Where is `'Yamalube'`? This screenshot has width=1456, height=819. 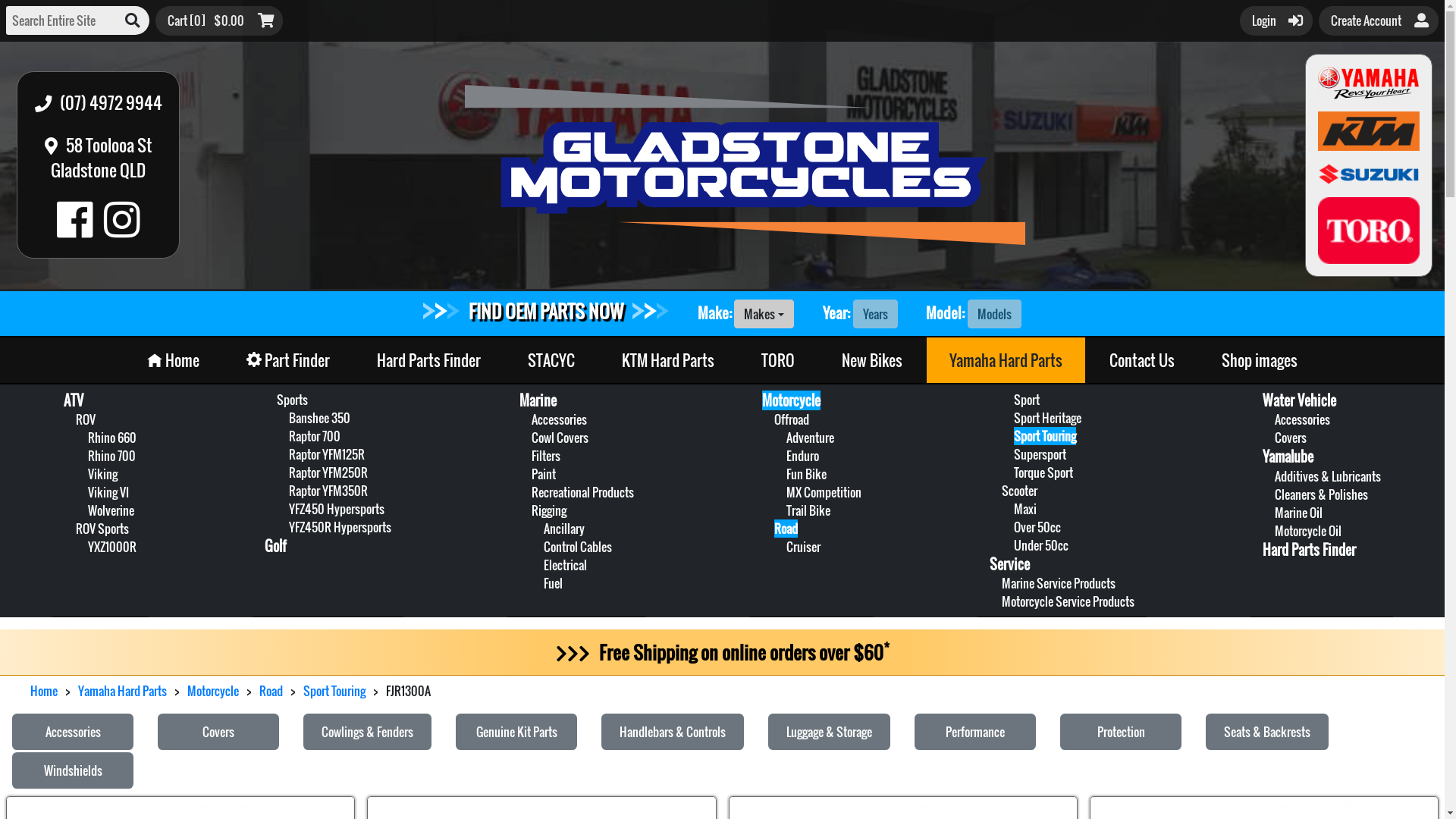
'Yamalube' is located at coordinates (1287, 455).